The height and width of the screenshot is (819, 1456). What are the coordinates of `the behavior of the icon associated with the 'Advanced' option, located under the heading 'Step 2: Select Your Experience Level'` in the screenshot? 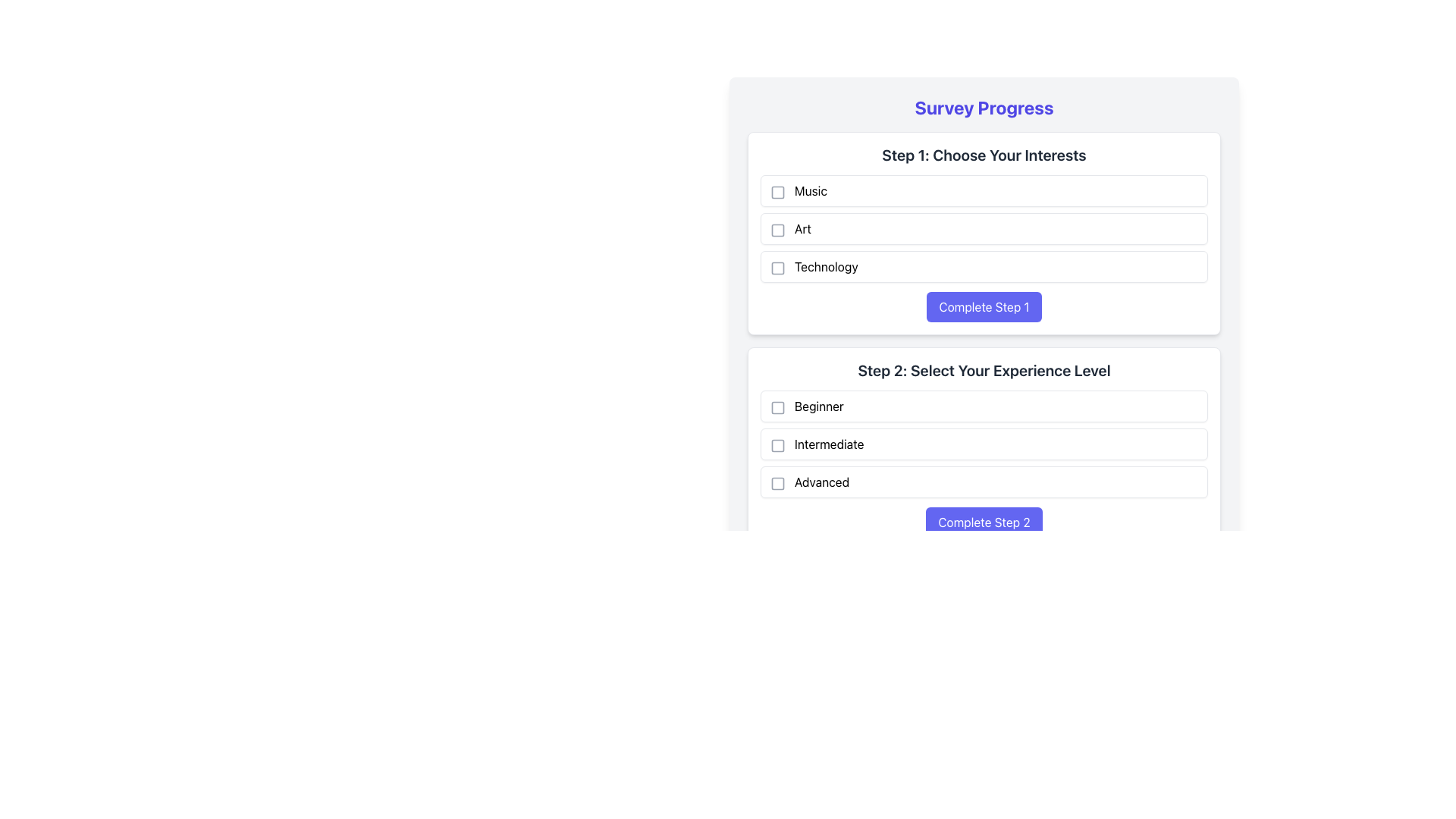 It's located at (778, 482).